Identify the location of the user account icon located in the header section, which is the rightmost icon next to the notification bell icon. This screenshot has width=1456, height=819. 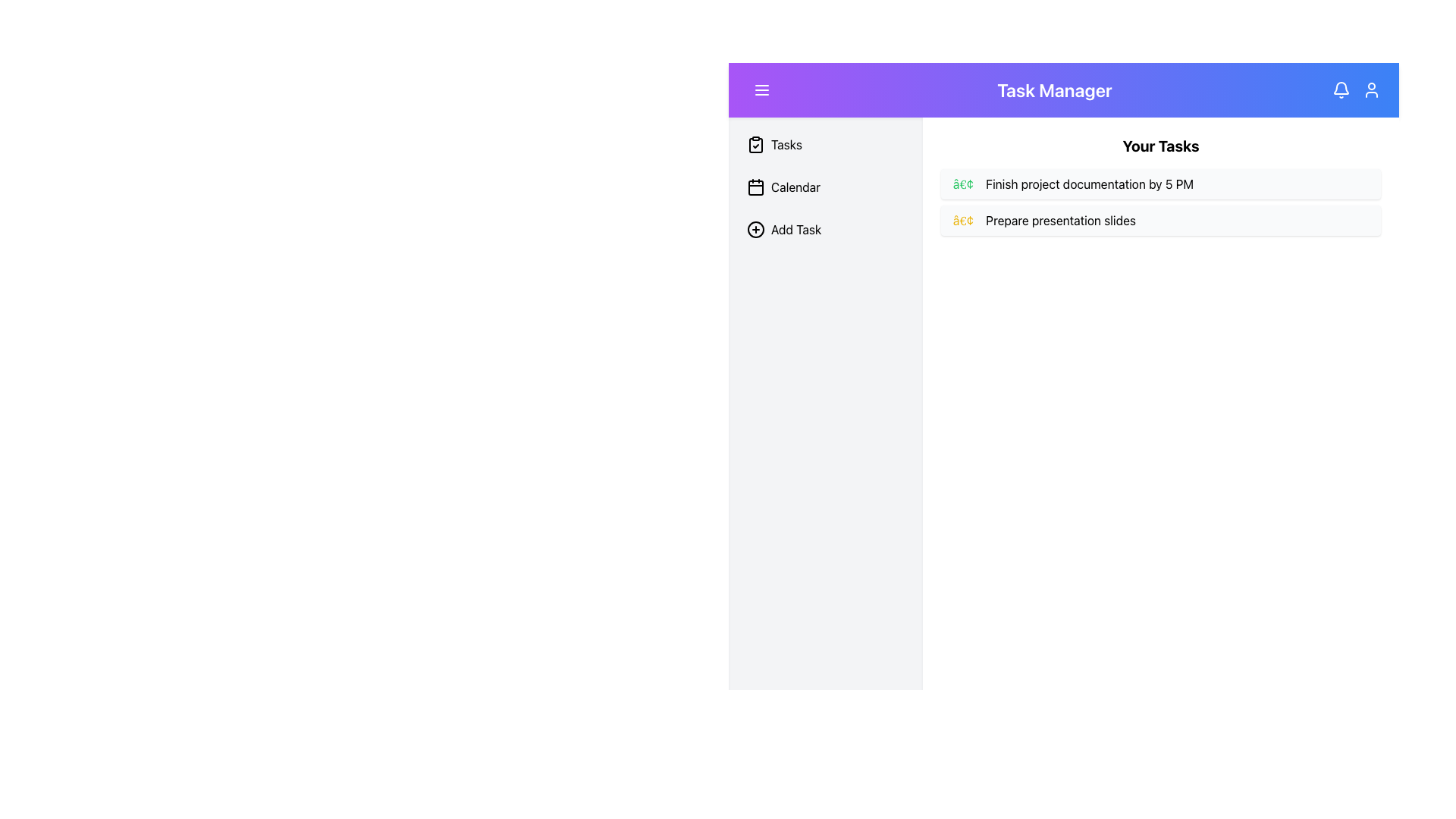
(1372, 90).